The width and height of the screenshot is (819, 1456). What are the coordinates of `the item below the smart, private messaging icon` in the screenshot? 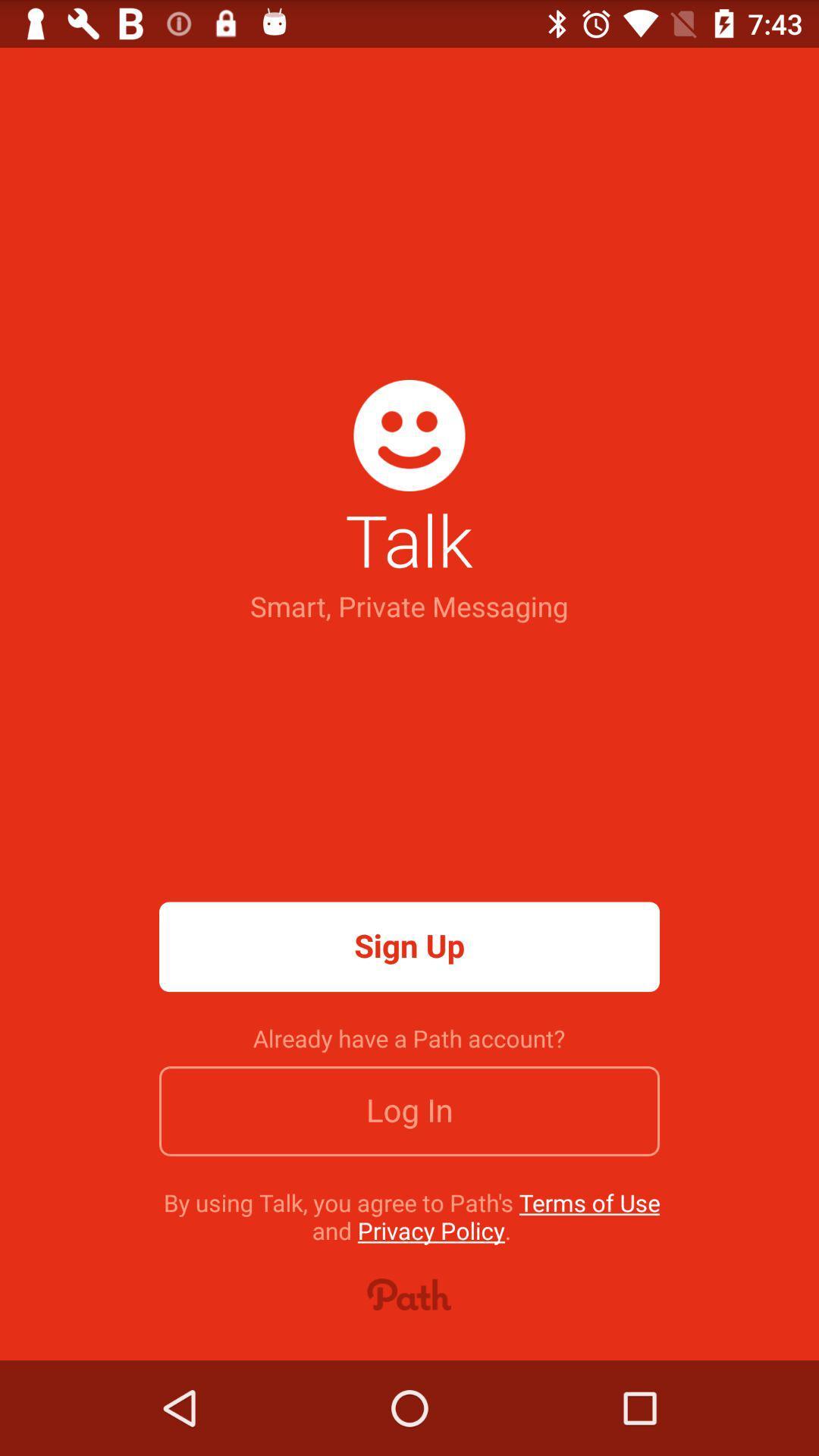 It's located at (409, 946).